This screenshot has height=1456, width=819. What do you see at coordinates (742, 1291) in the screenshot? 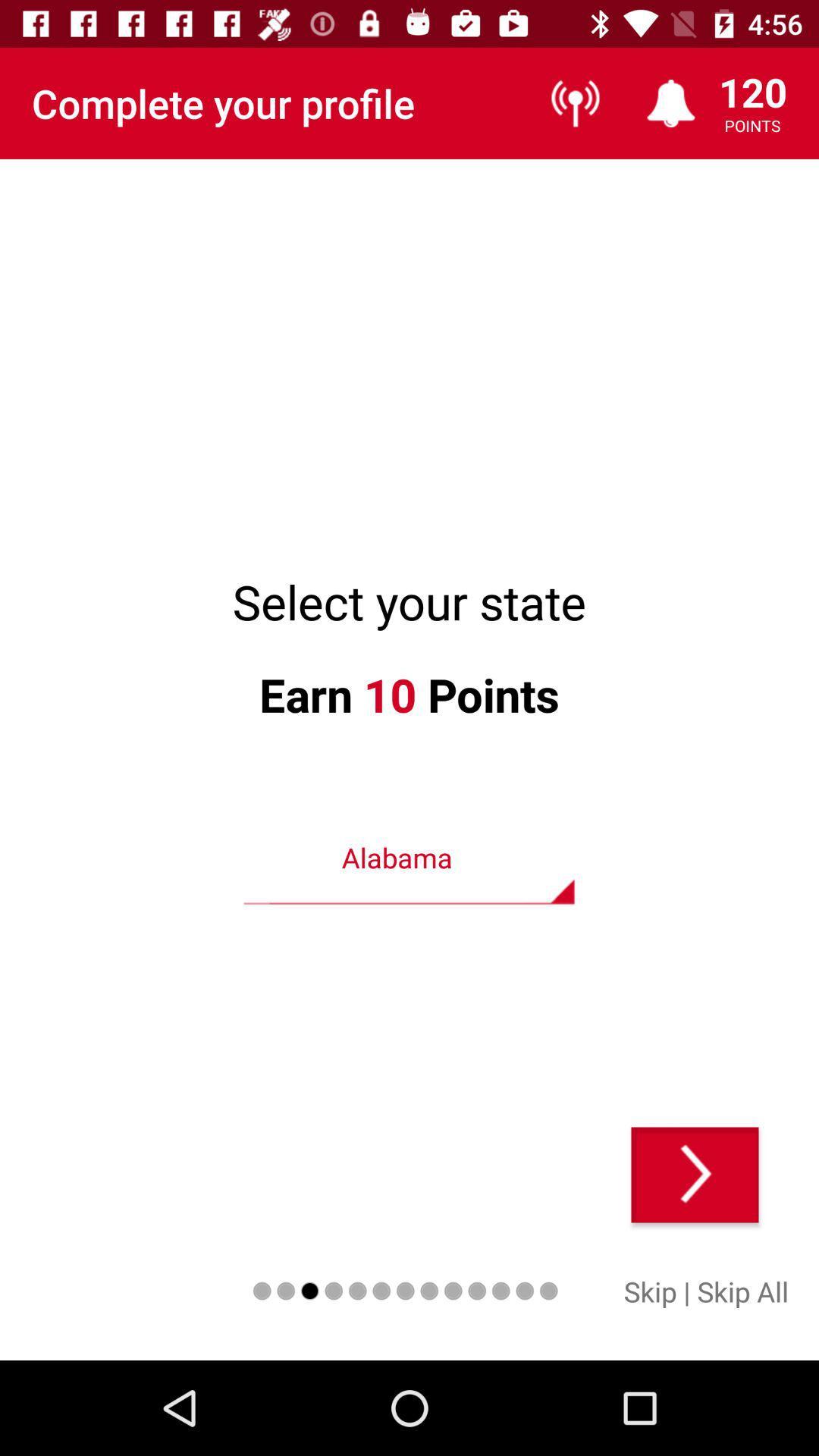
I see `skip all` at bounding box center [742, 1291].